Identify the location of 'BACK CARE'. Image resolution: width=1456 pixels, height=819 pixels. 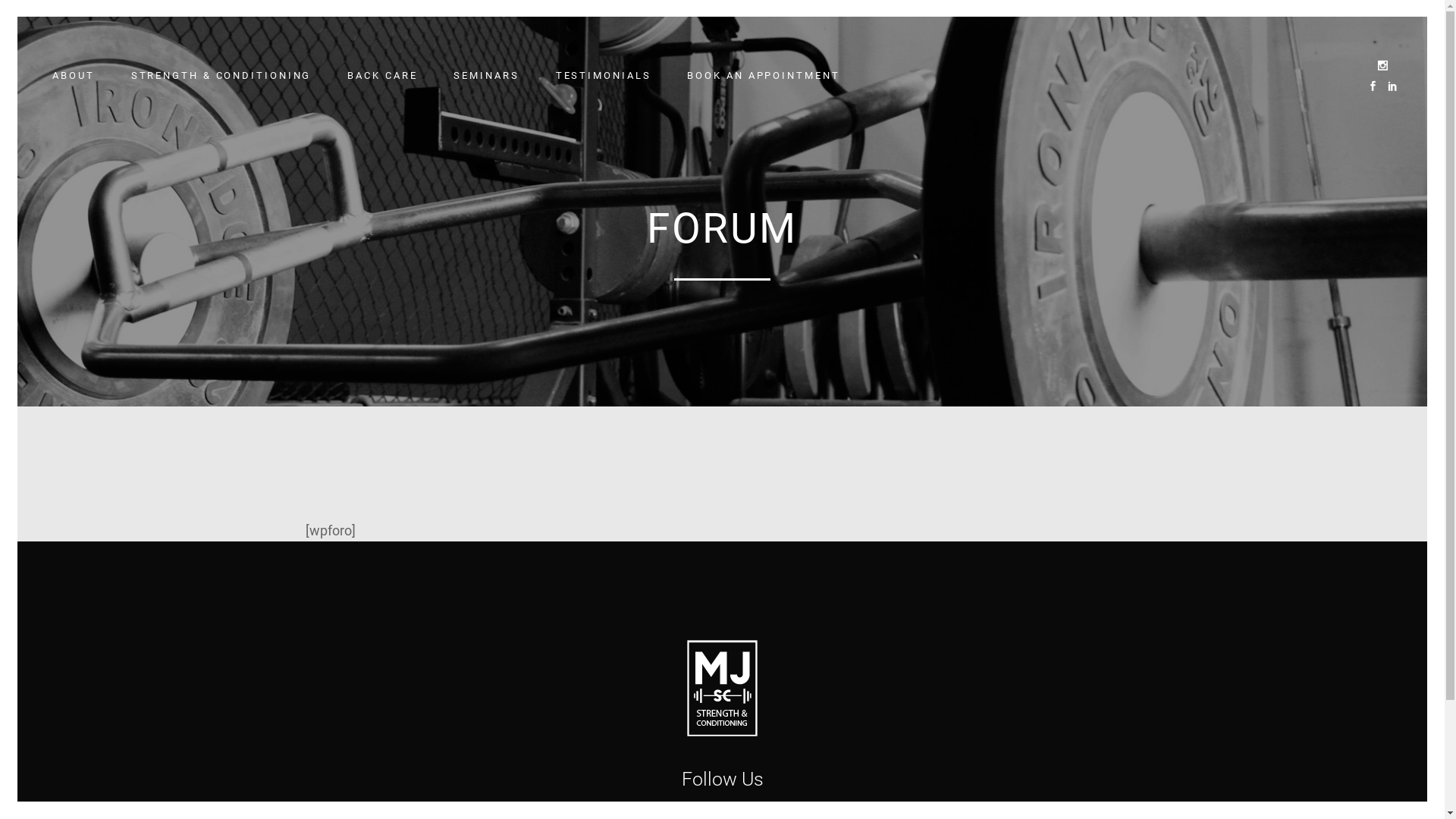
(382, 76).